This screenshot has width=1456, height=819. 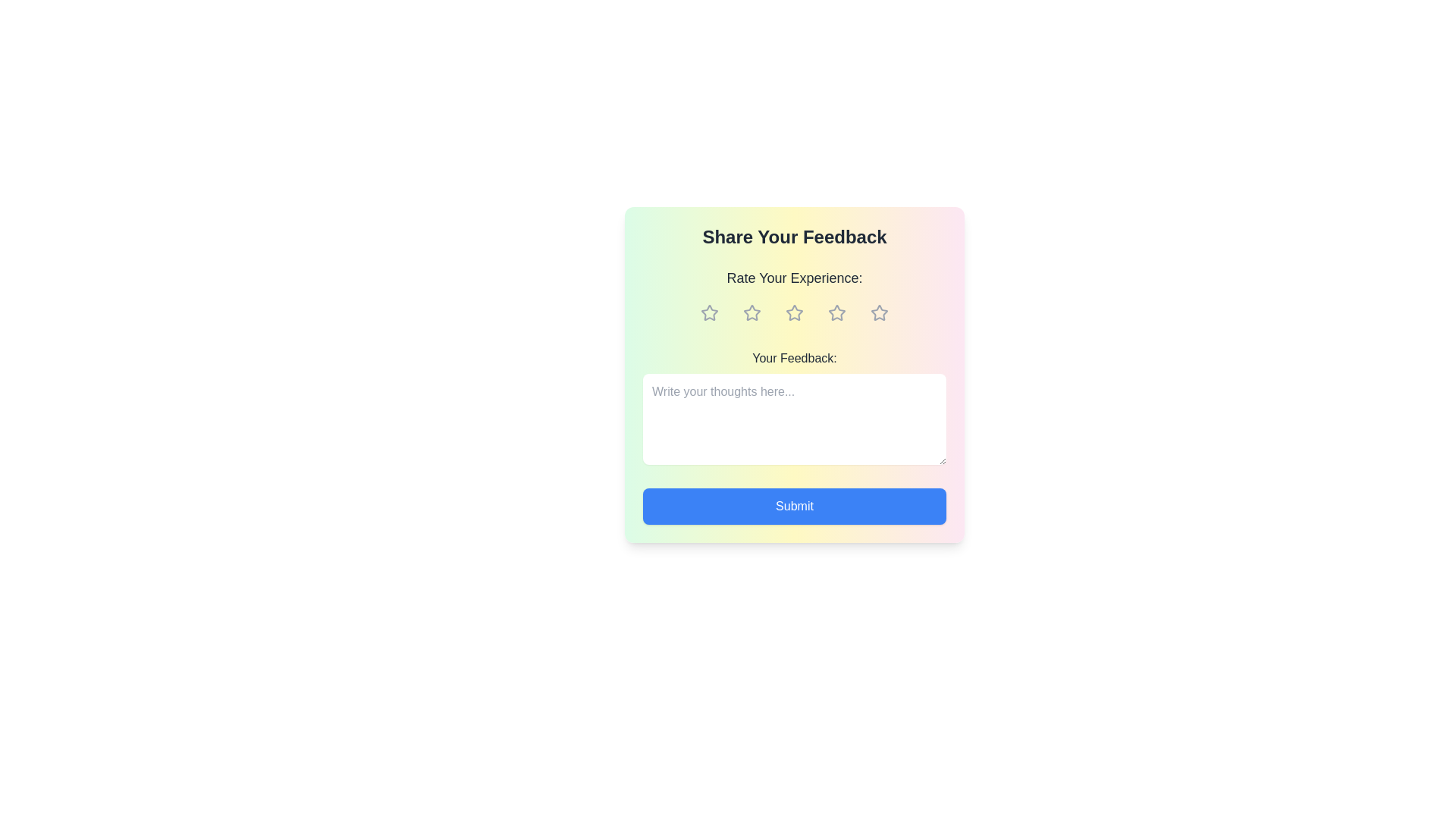 What do you see at coordinates (793, 506) in the screenshot?
I see `the submit button located at the bottom of the feedback form` at bounding box center [793, 506].